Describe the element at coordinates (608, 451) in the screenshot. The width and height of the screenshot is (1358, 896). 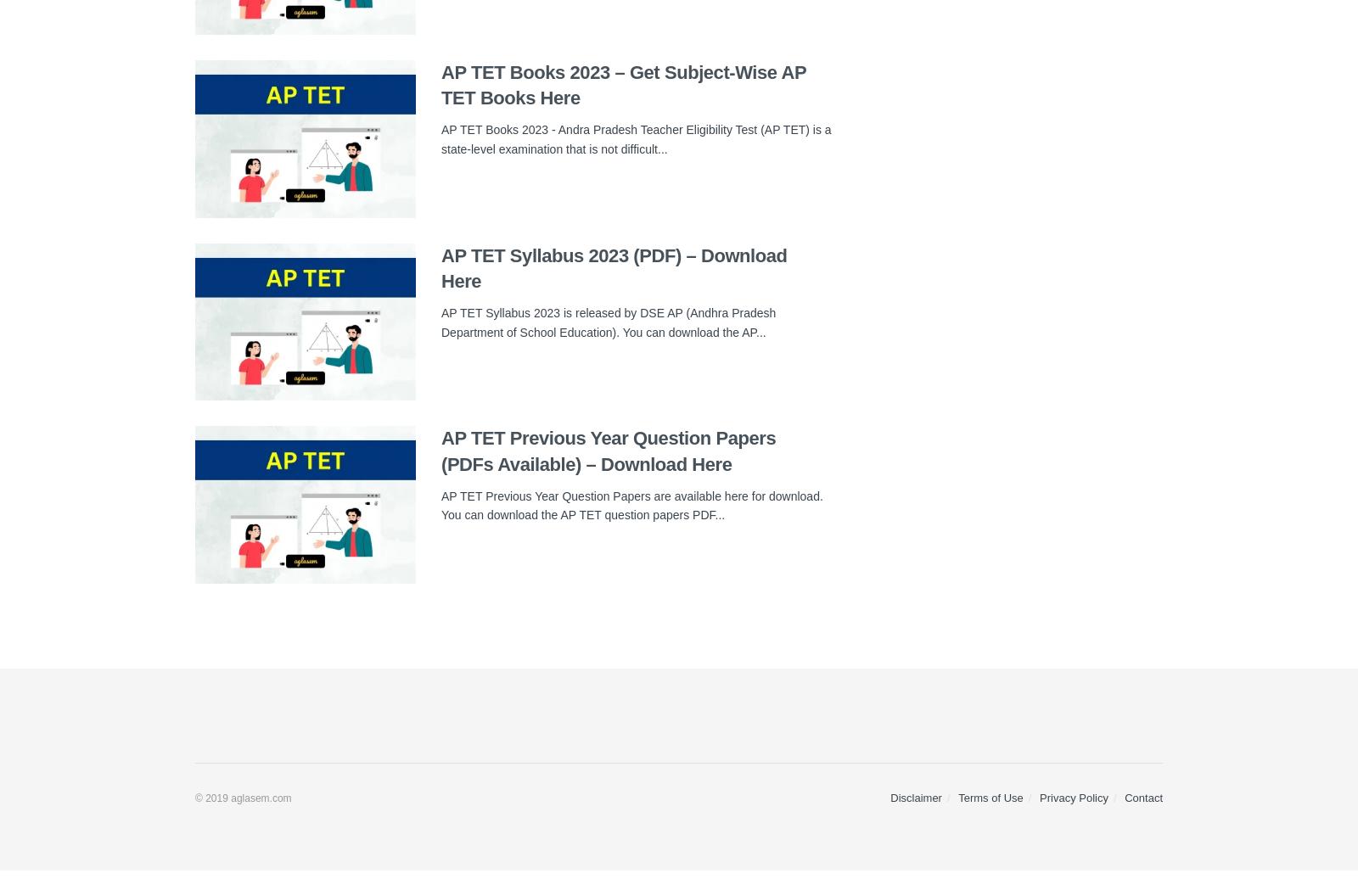
I see `'AP TET Previous Year Question Papers (PDFs Available) – Download Here'` at that location.